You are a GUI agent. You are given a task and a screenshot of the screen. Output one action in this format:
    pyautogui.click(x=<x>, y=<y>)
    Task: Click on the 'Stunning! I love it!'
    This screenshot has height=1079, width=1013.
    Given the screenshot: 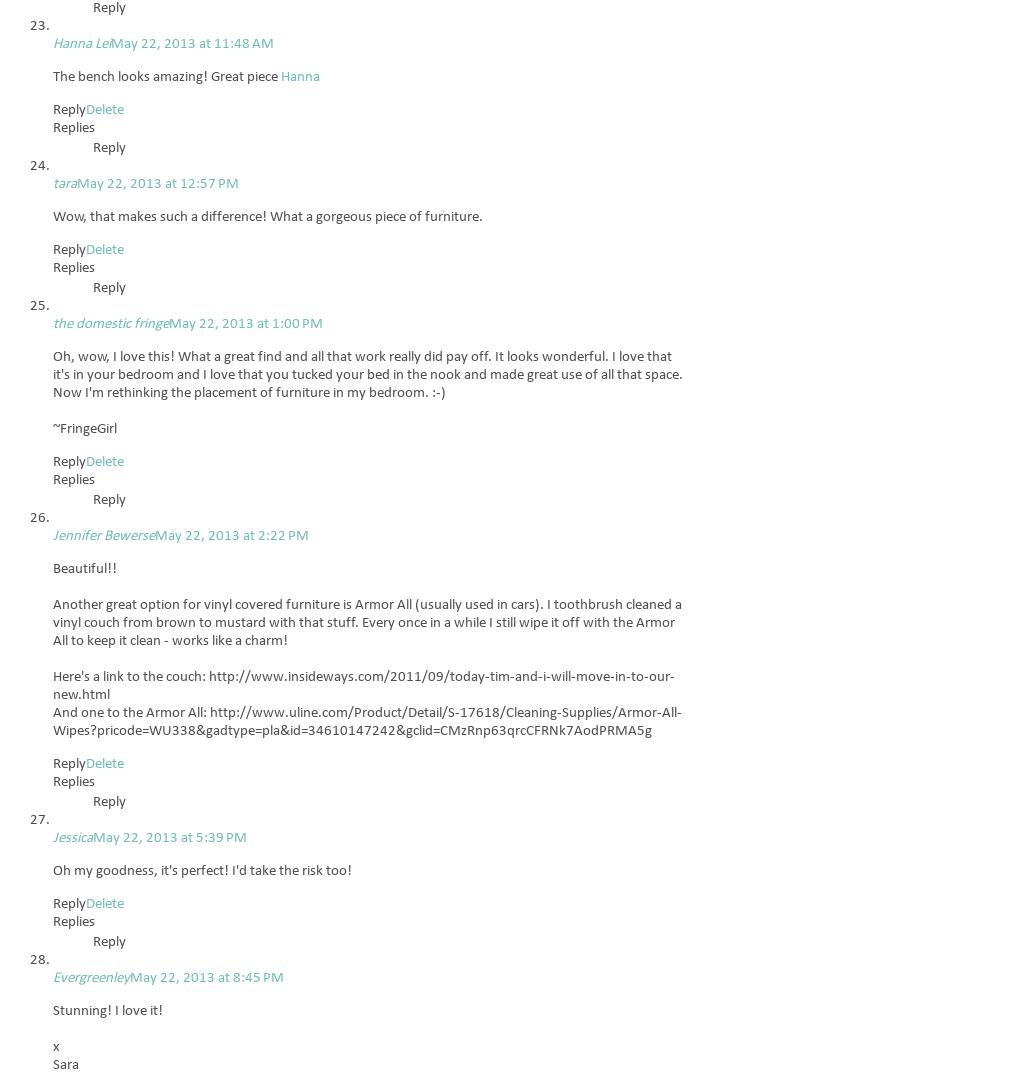 What is the action you would take?
    pyautogui.click(x=51, y=1011)
    